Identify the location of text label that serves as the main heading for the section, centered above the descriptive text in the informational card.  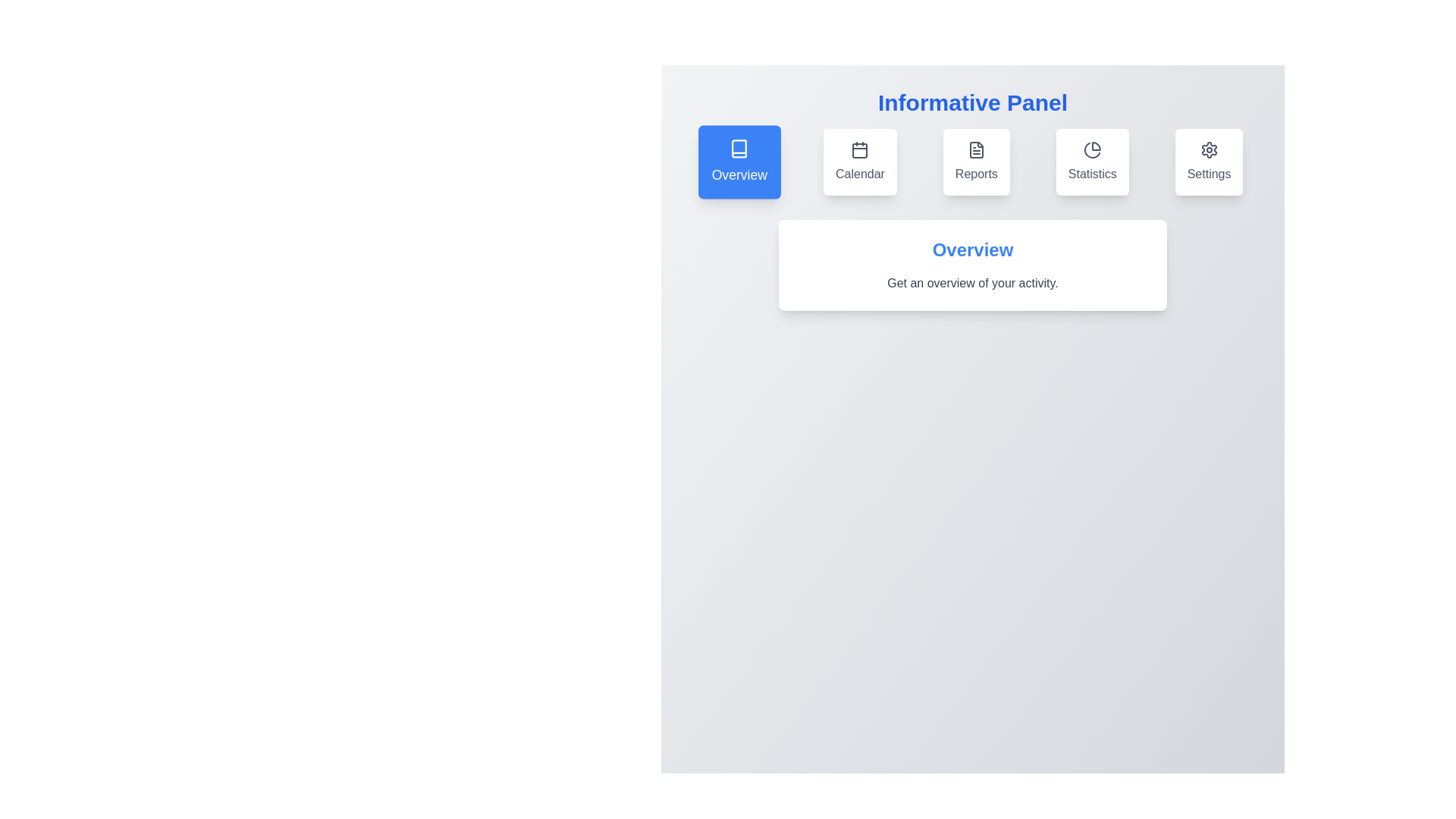
(972, 249).